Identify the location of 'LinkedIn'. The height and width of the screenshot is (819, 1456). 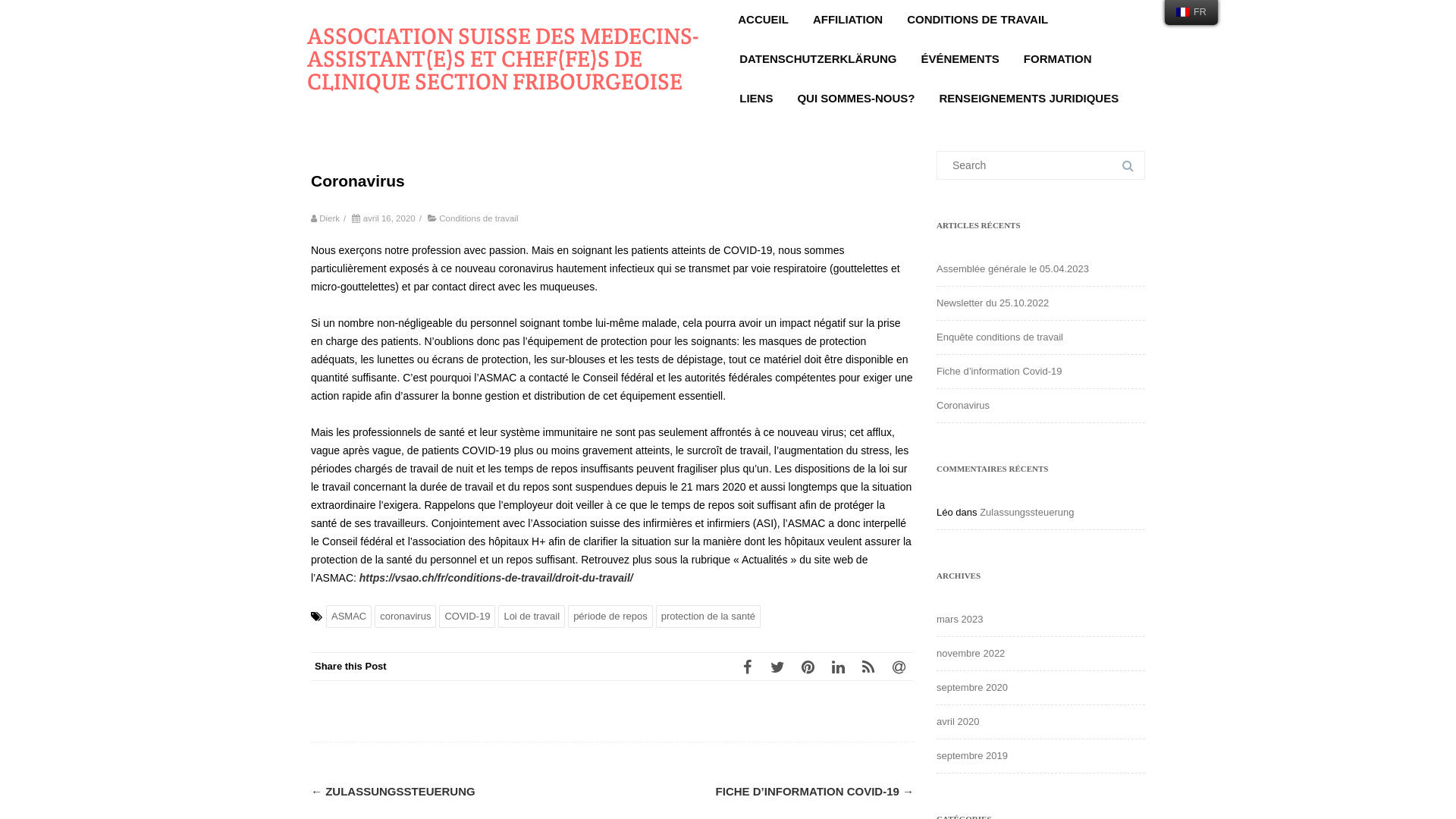
(821, 666).